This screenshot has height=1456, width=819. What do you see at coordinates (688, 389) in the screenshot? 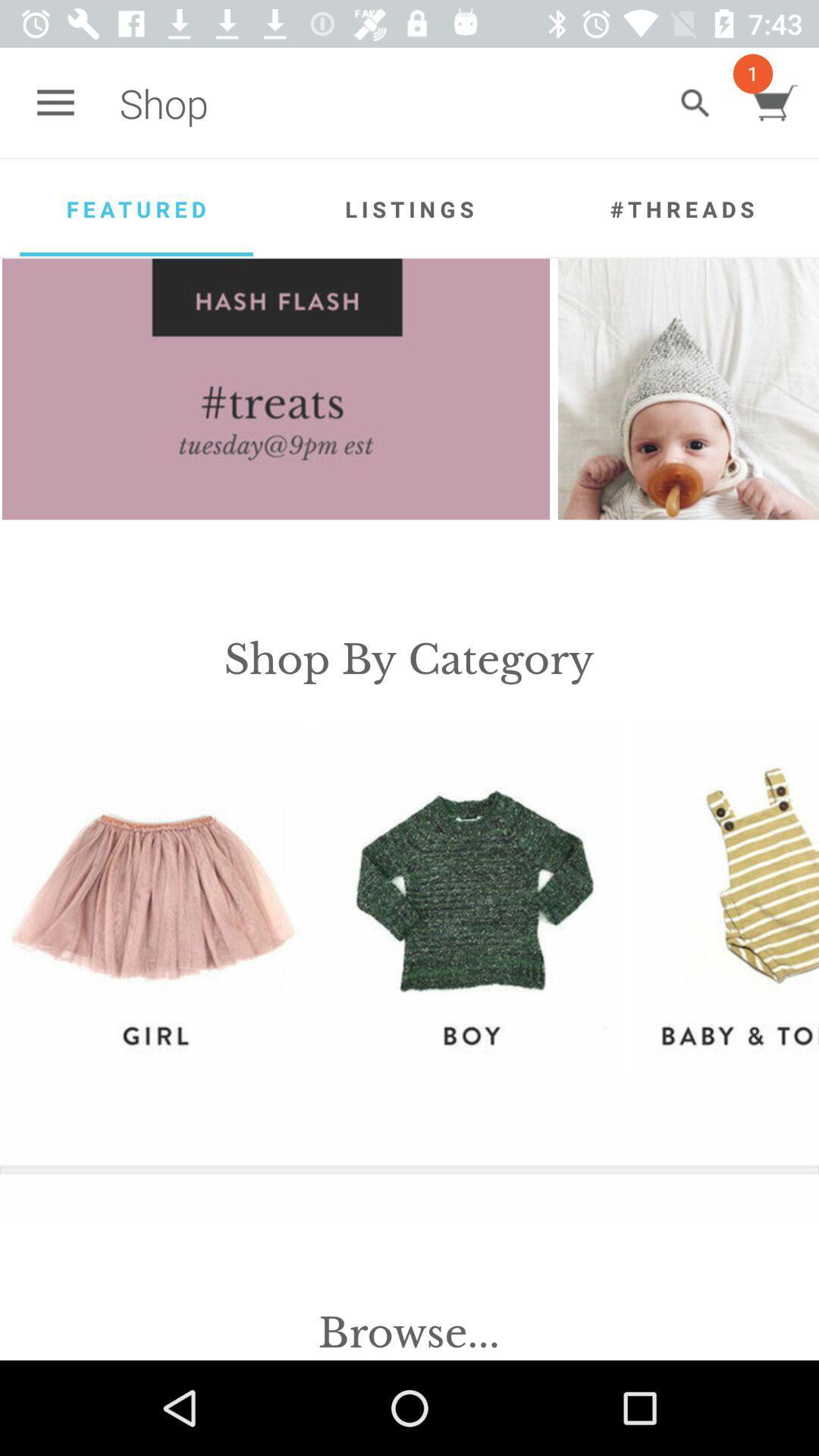
I see `icon above the shop by category` at bounding box center [688, 389].